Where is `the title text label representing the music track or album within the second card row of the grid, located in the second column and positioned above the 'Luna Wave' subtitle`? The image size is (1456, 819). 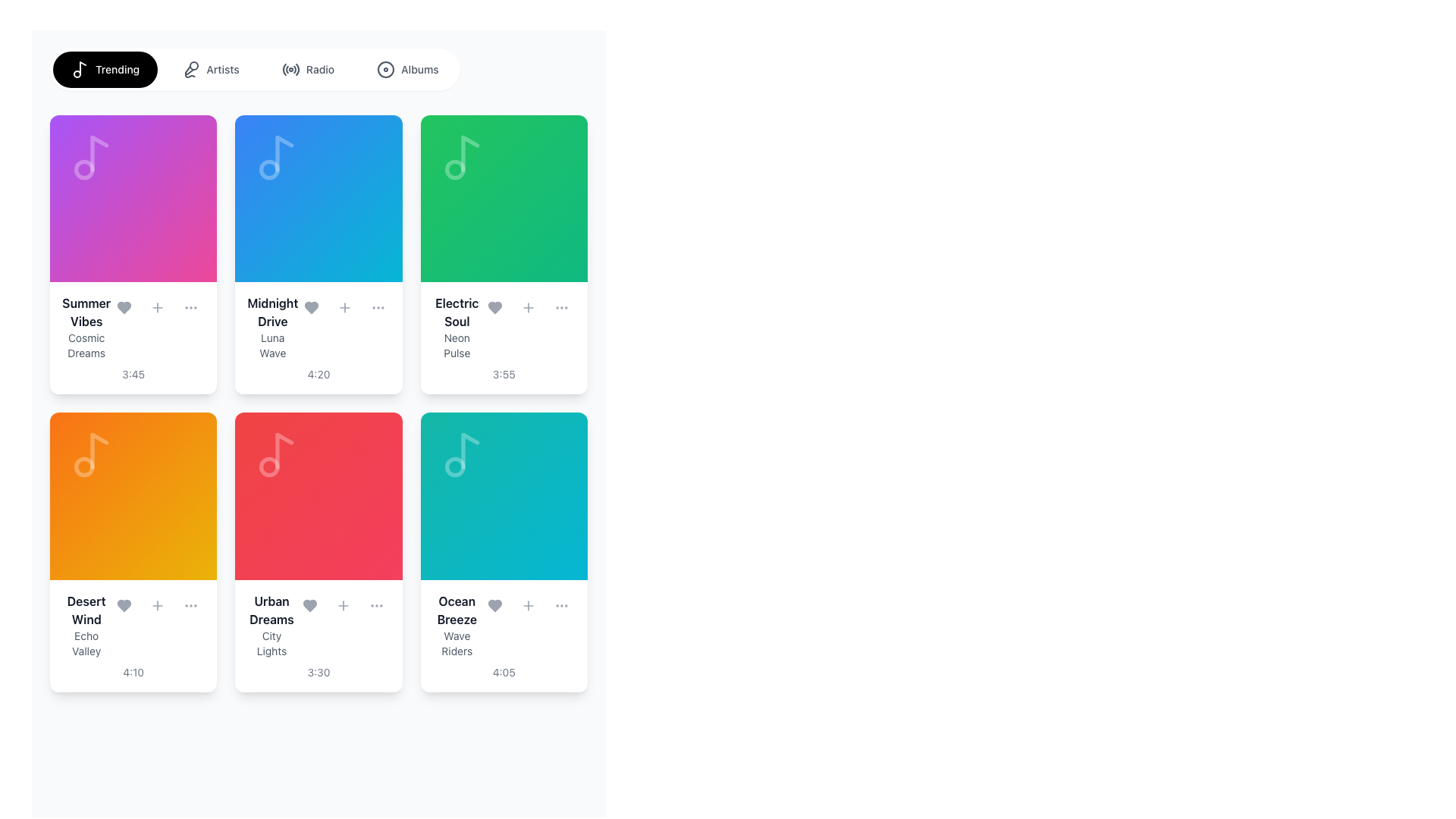
the title text label representing the music track or album within the second card row of the grid, located in the second column and positioned above the 'Luna Wave' subtitle is located at coordinates (272, 312).